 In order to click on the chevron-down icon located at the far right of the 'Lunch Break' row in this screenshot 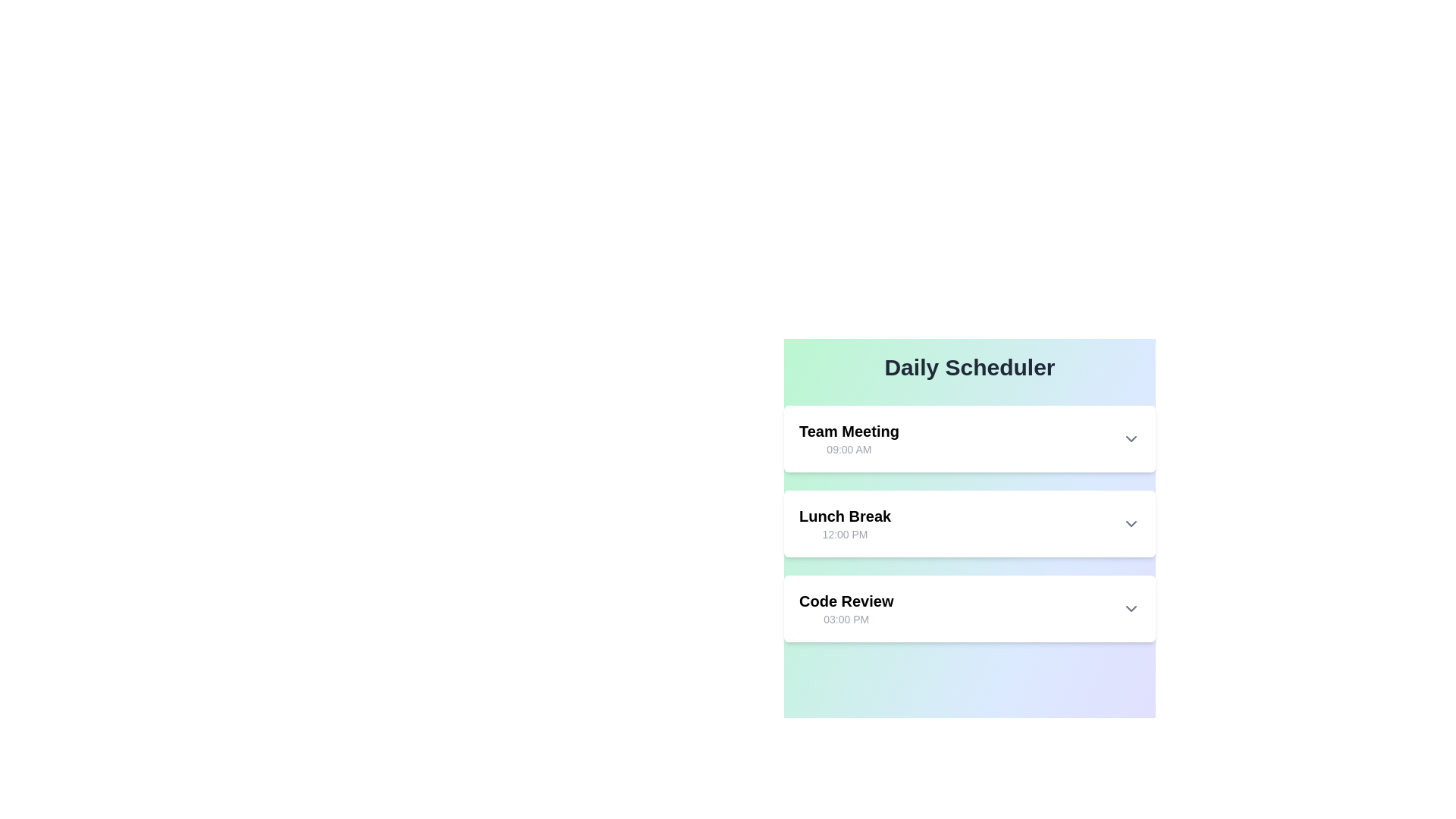, I will do `click(1131, 522)`.